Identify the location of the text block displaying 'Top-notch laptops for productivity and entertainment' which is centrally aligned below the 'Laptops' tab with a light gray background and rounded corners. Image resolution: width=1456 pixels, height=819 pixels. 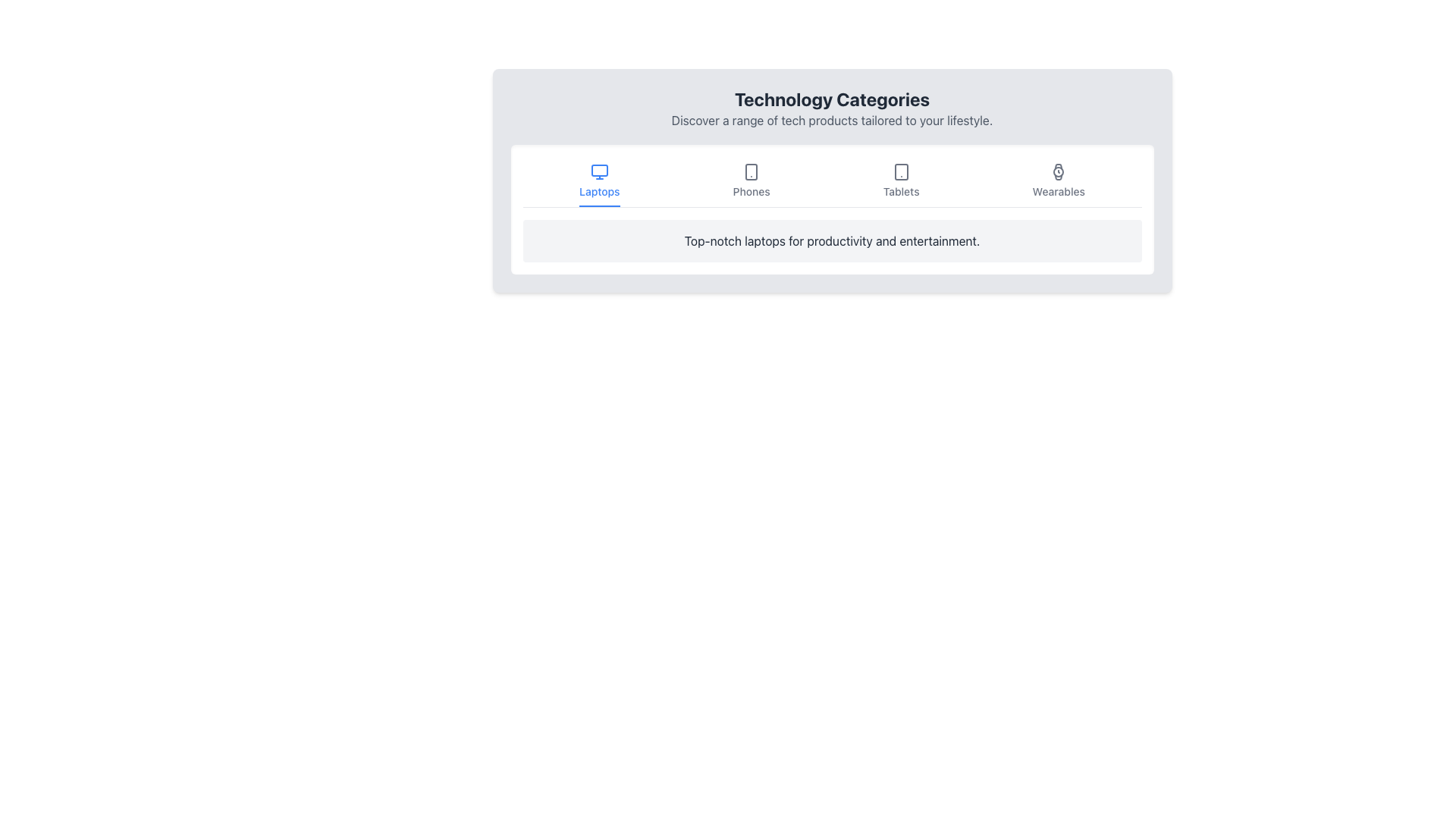
(831, 240).